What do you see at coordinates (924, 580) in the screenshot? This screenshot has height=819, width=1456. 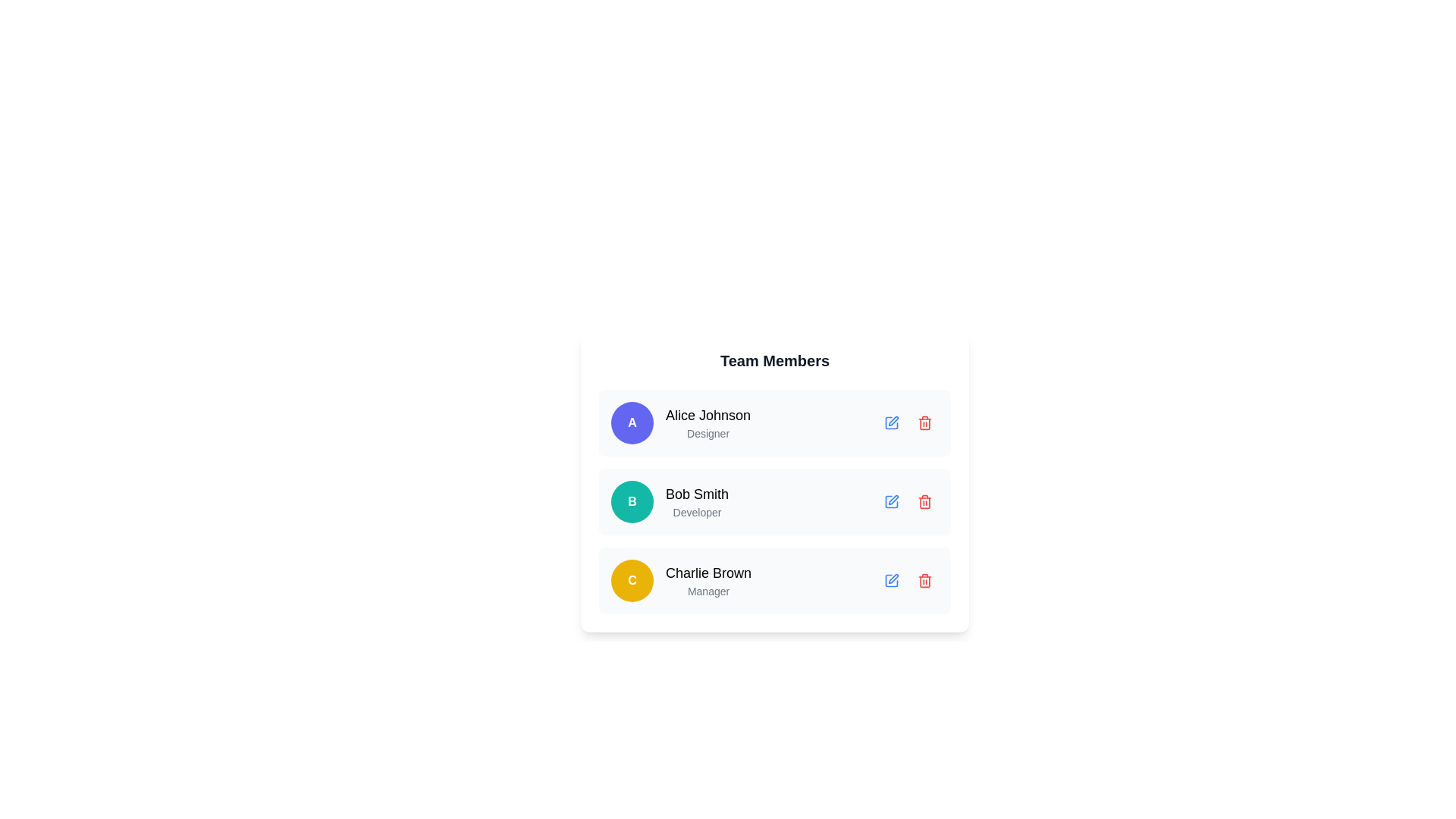 I see `the delete button located at the far right of the row item for 'Charlie Brown, Manager'` at bounding box center [924, 580].